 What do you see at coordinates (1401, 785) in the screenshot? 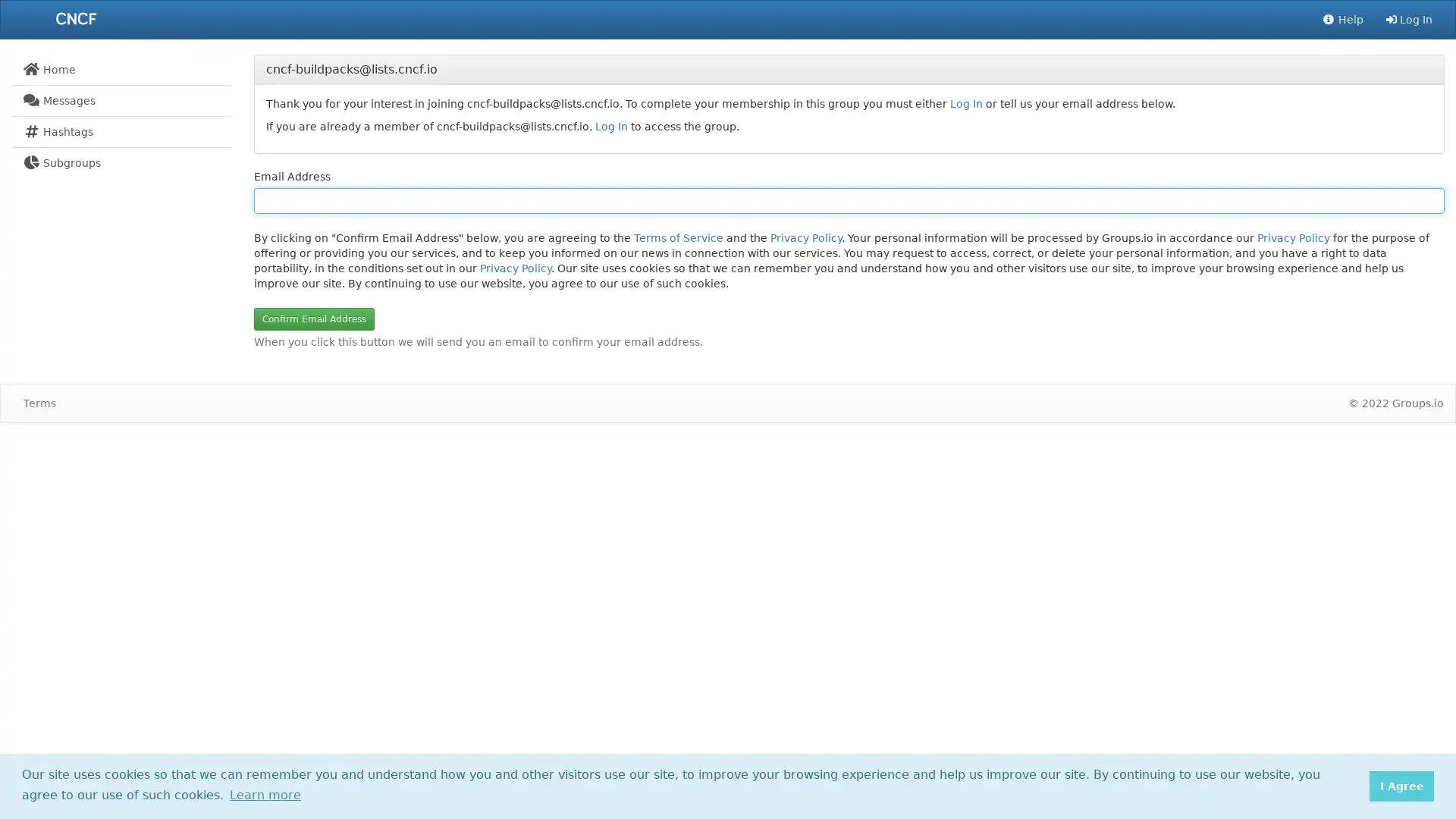
I see `dismiss cookie message` at bounding box center [1401, 785].